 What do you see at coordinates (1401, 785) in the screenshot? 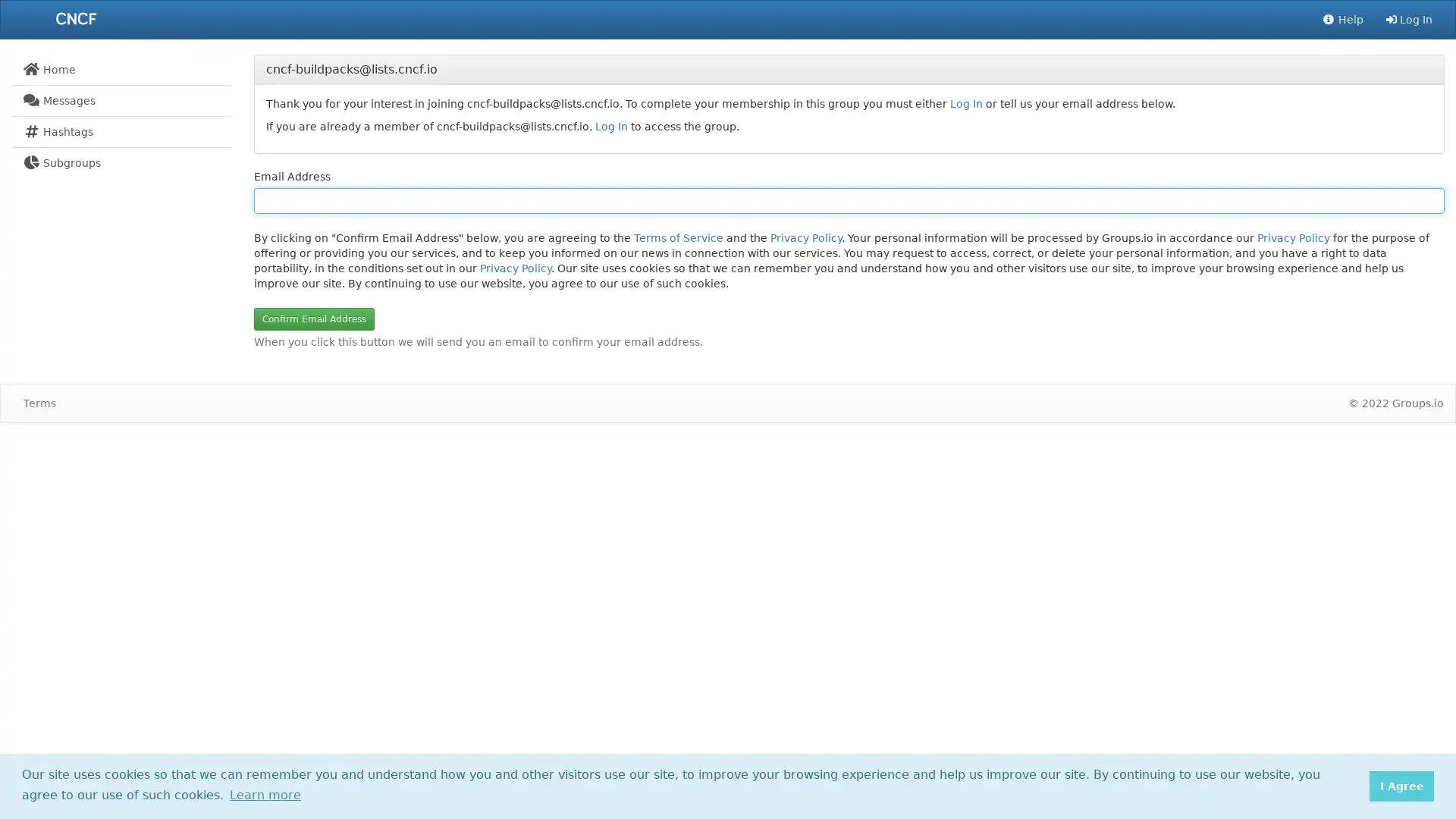
I see `dismiss cookie message` at bounding box center [1401, 785].